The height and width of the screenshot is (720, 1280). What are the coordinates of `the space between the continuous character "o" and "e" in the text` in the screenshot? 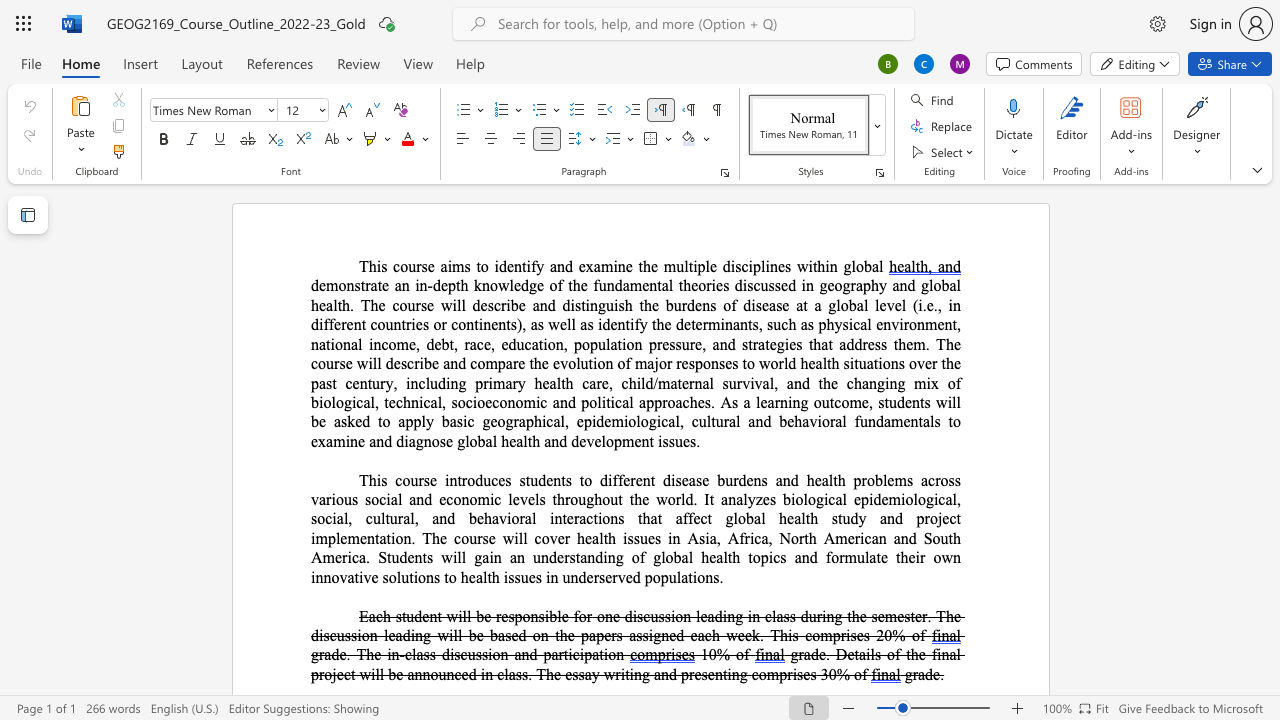 It's located at (484, 402).